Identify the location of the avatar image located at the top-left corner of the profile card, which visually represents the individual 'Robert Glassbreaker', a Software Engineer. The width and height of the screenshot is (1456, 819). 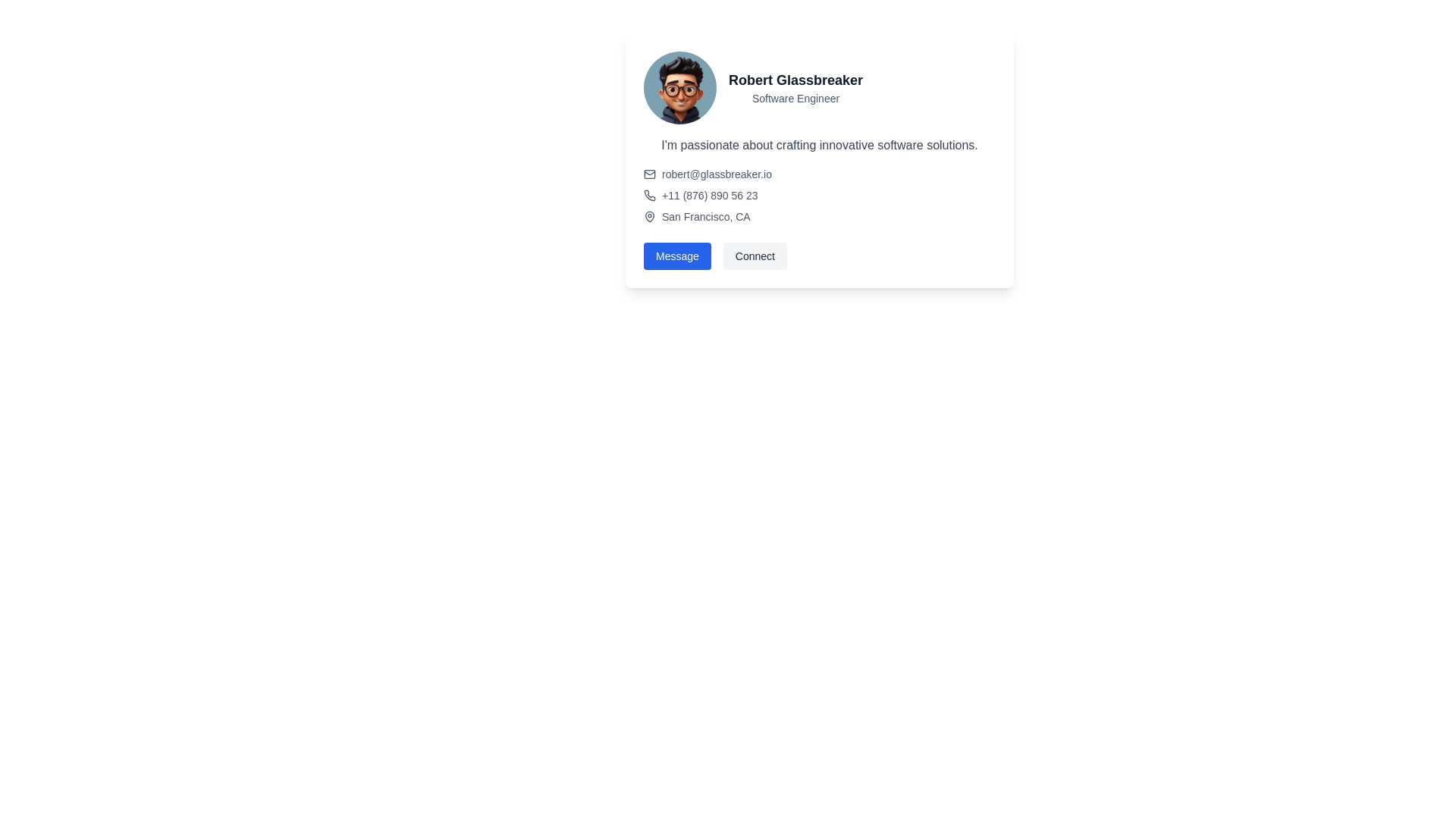
(679, 87).